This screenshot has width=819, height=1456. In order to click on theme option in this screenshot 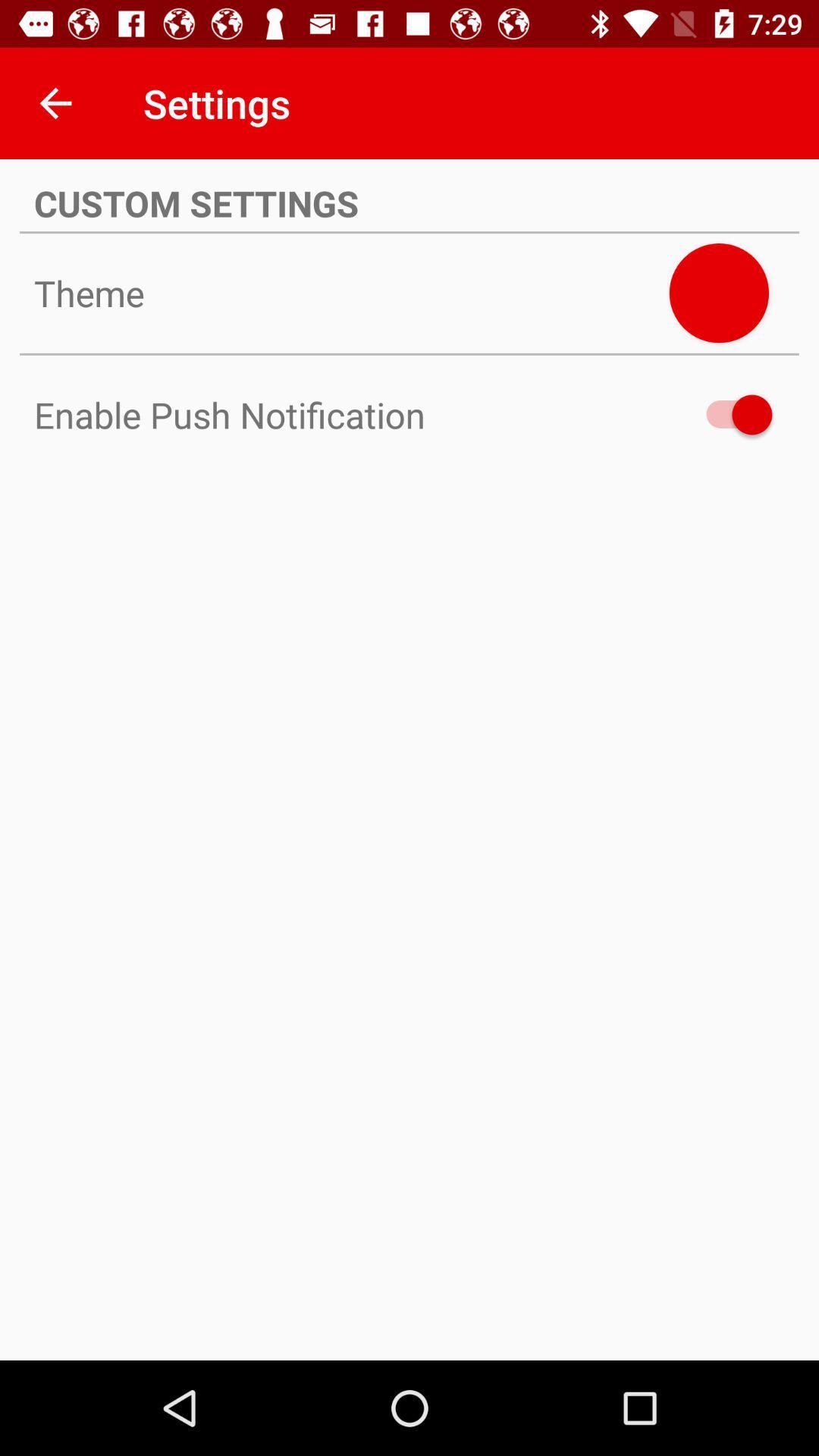, I will do `click(718, 293)`.